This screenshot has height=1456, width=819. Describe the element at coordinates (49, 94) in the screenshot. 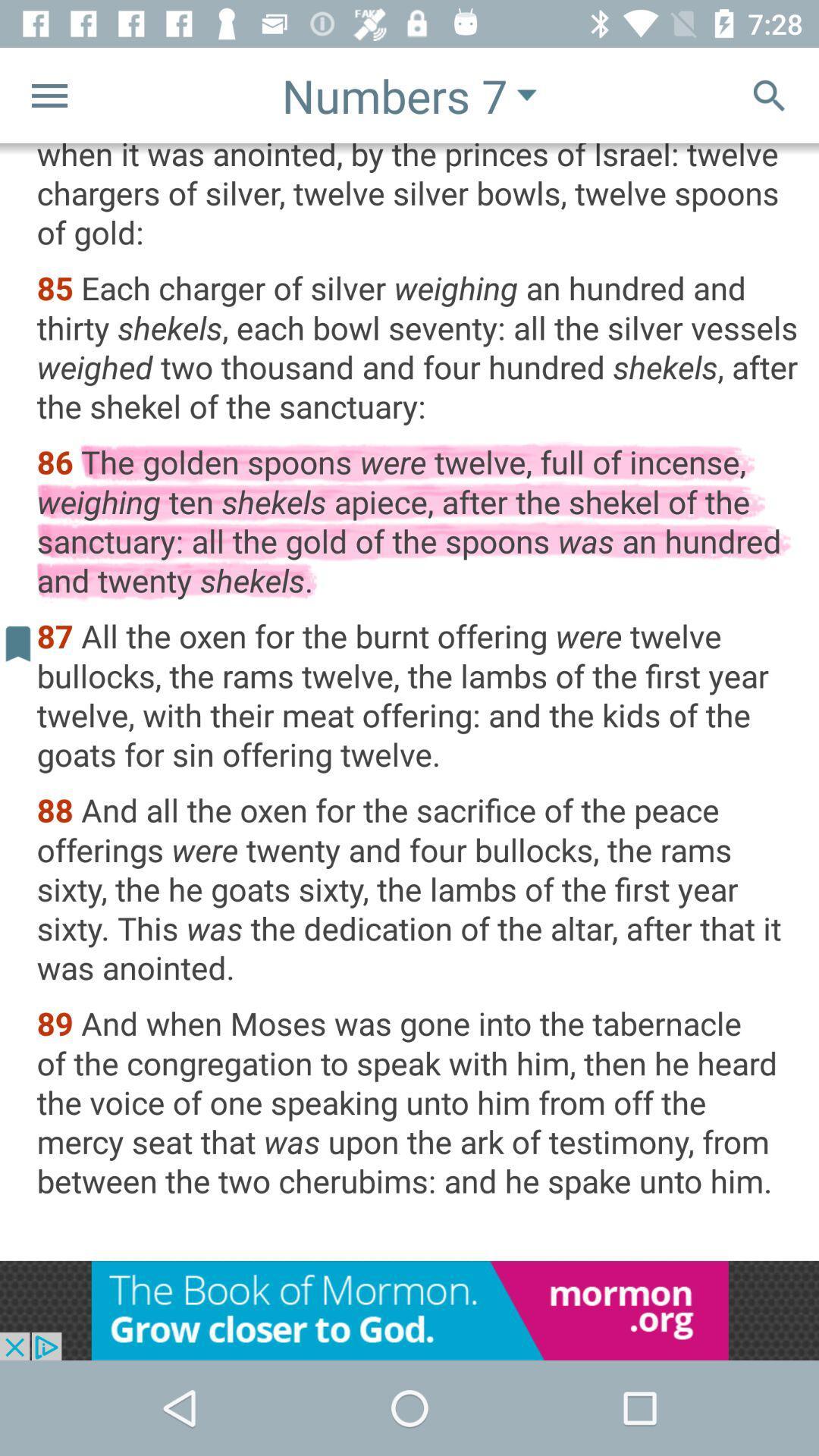

I see `the menu icon` at that location.